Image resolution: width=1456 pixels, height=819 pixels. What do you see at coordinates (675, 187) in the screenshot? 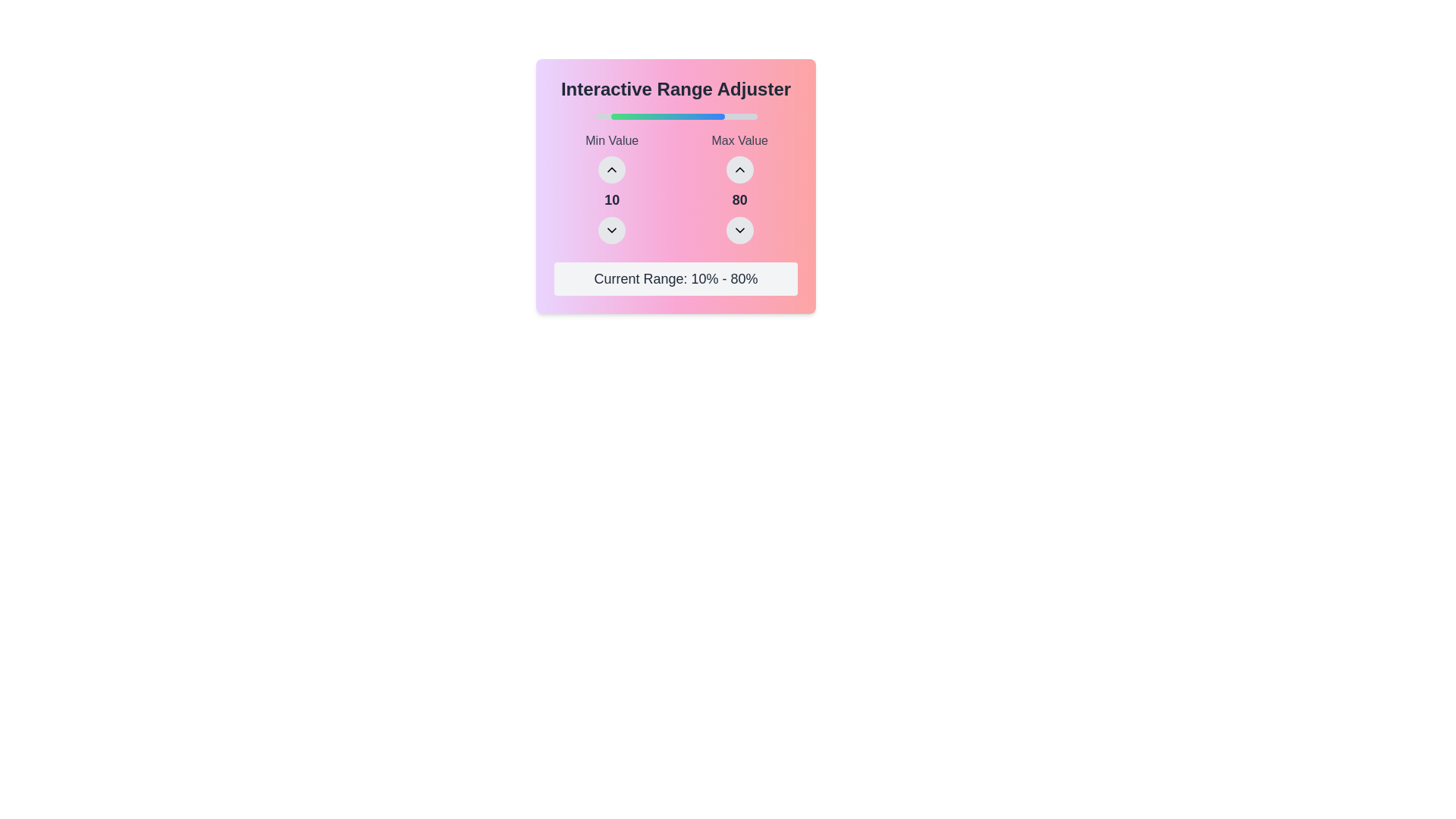
I see `the numerical controls and adjustment buttons in the grid layout for setting minimum and maximum values, located below the title 'Interactive Range Adjuster'` at bounding box center [675, 187].